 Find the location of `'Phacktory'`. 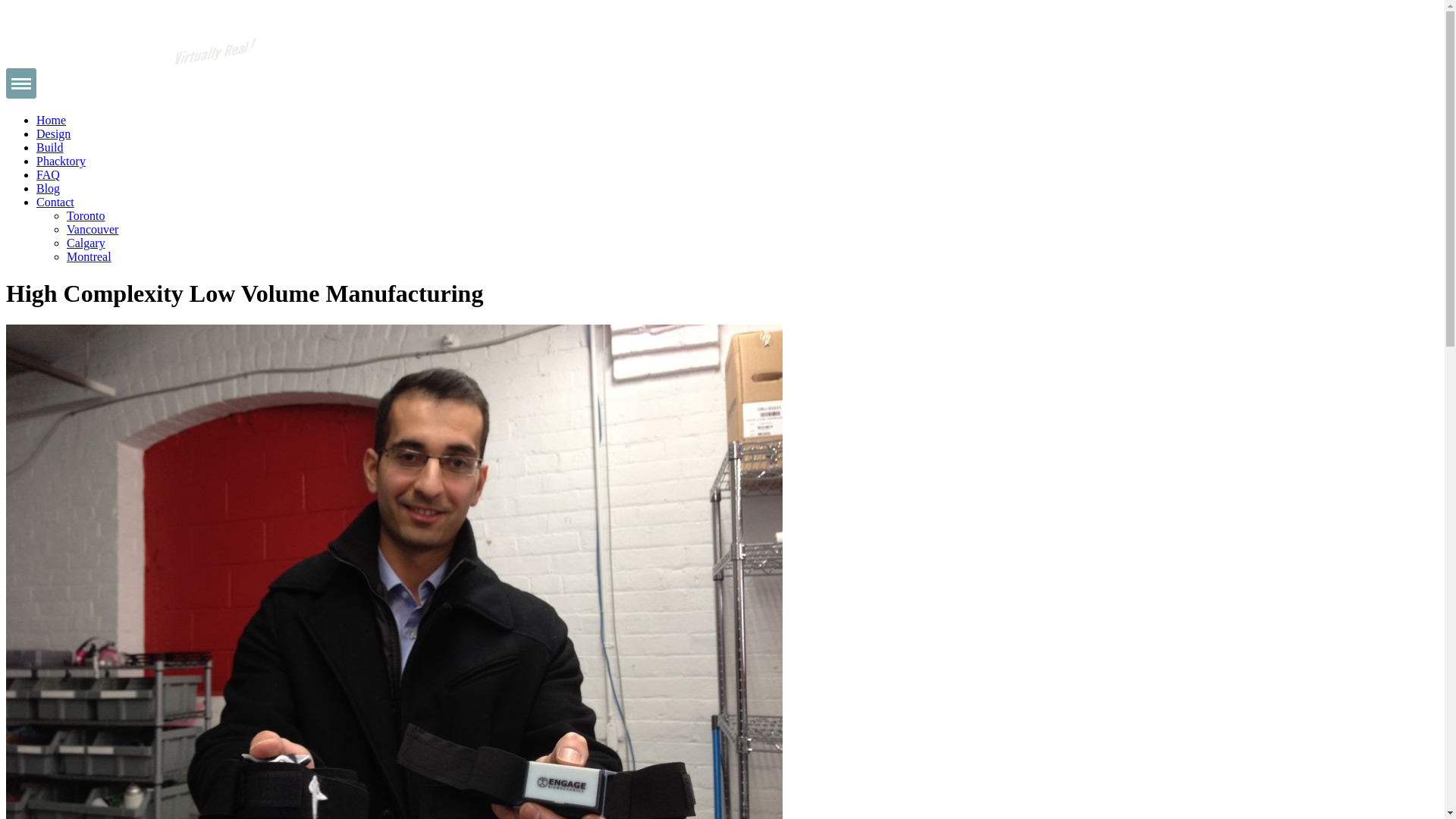

'Phacktory' is located at coordinates (61, 161).